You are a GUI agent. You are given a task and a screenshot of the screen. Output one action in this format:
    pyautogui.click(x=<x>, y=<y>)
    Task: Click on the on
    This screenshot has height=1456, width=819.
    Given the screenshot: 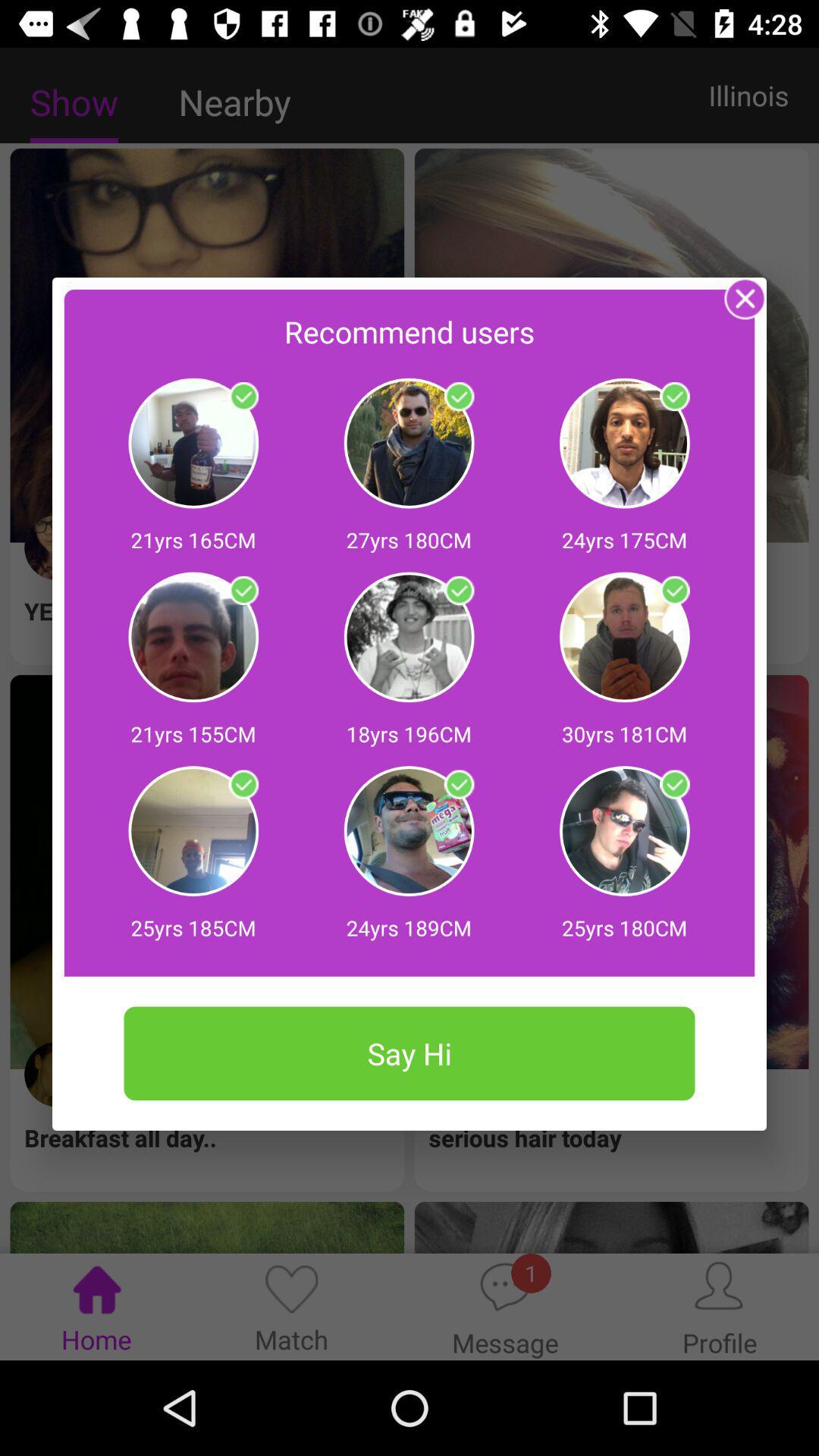 What is the action you would take?
    pyautogui.click(x=458, y=590)
    